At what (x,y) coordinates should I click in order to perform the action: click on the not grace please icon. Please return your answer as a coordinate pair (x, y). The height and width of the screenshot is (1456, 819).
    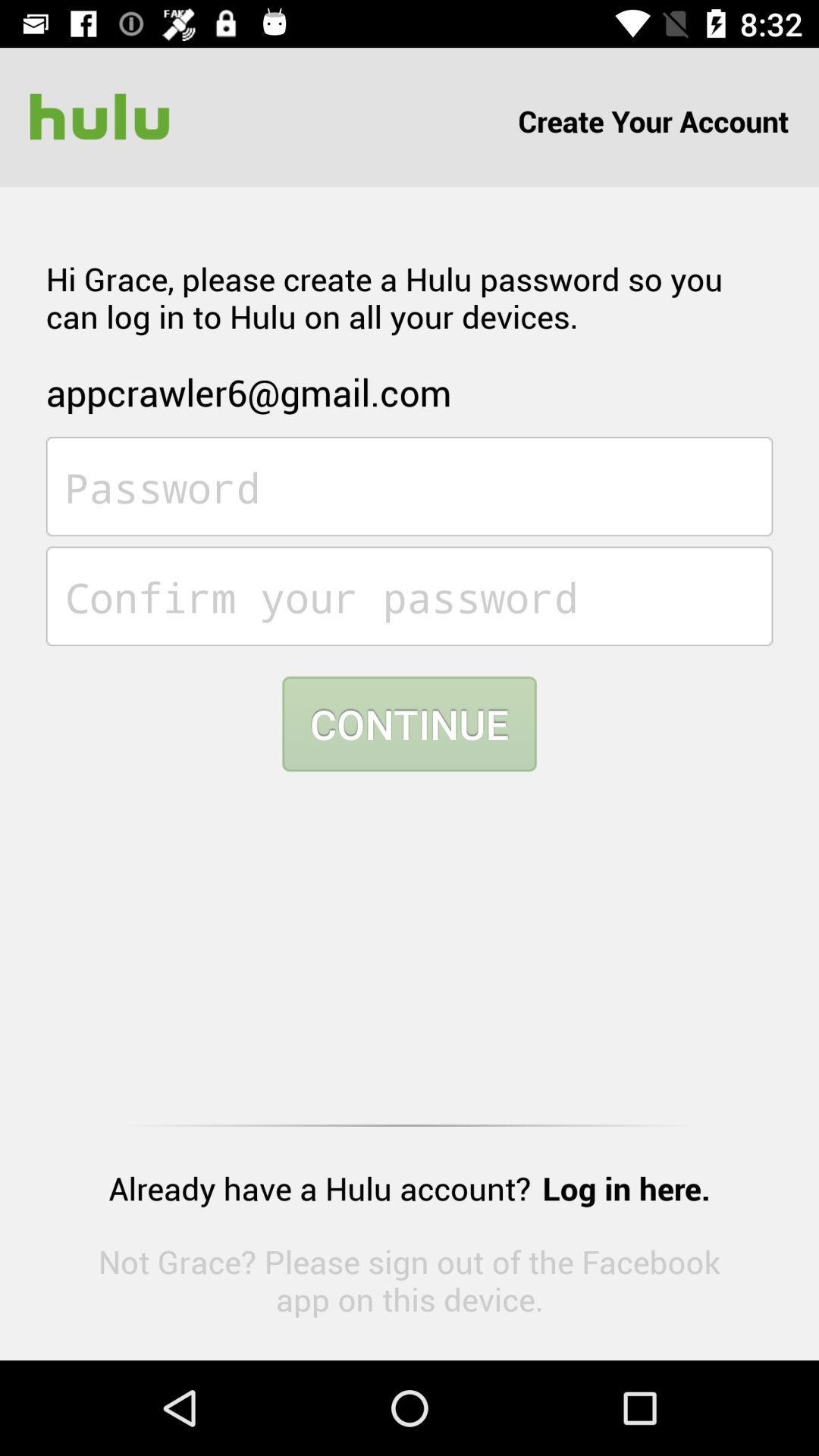
    Looking at the image, I should click on (409, 1279).